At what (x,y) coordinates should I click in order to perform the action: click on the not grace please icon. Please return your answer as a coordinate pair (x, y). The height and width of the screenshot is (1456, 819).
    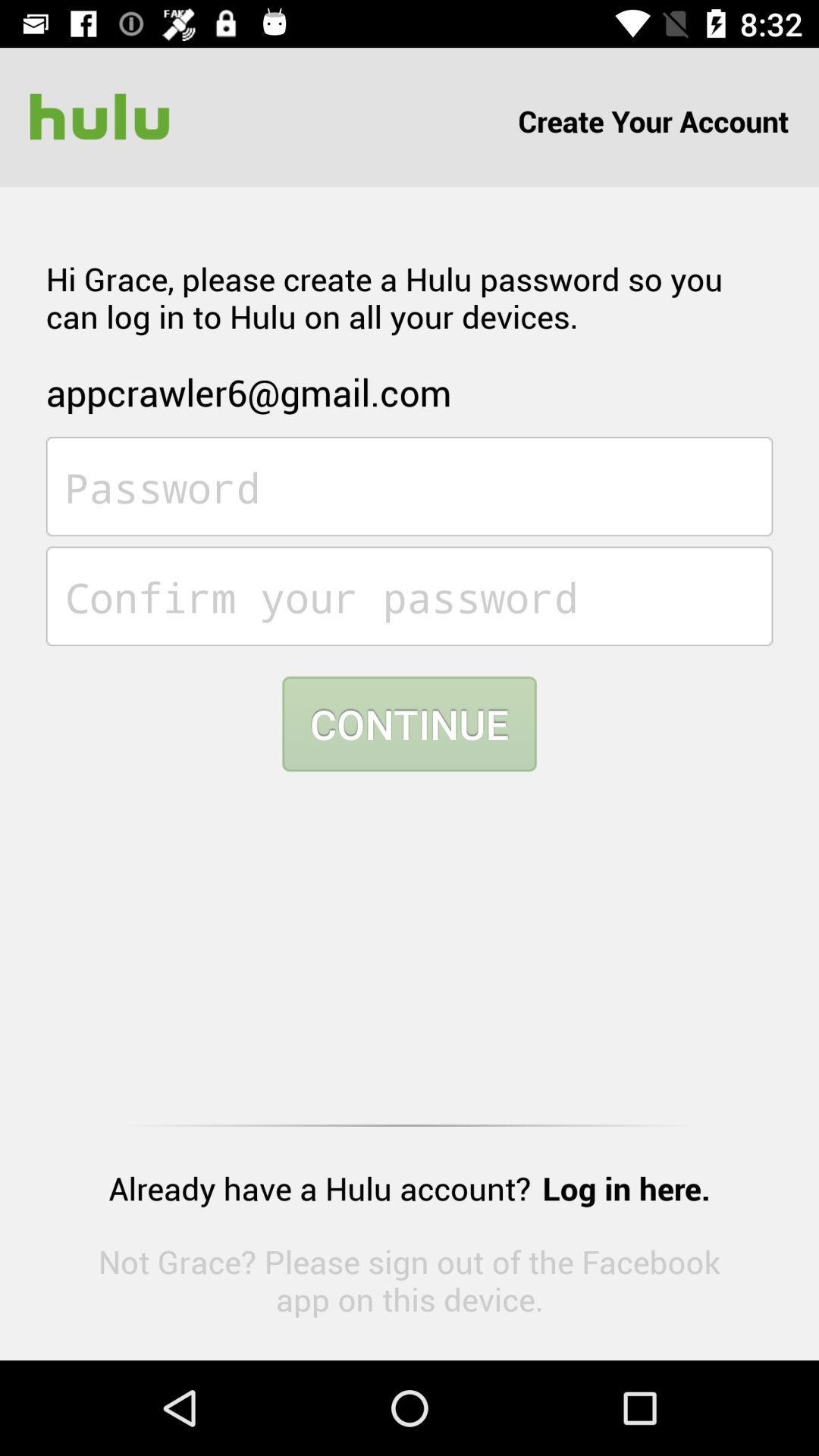
    Looking at the image, I should click on (409, 1279).